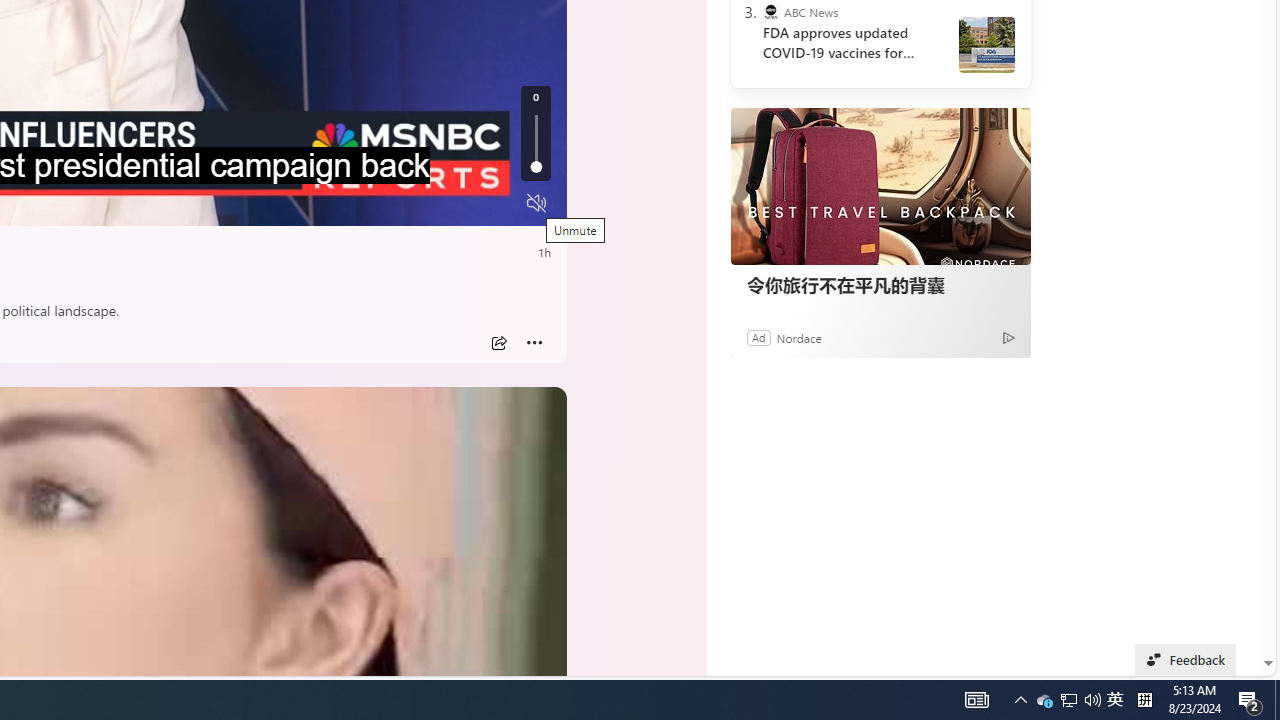  What do you see at coordinates (534, 342) in the screenshot?
I see `'Class: at-item inline-watch'` at bounding box center [534, 342].